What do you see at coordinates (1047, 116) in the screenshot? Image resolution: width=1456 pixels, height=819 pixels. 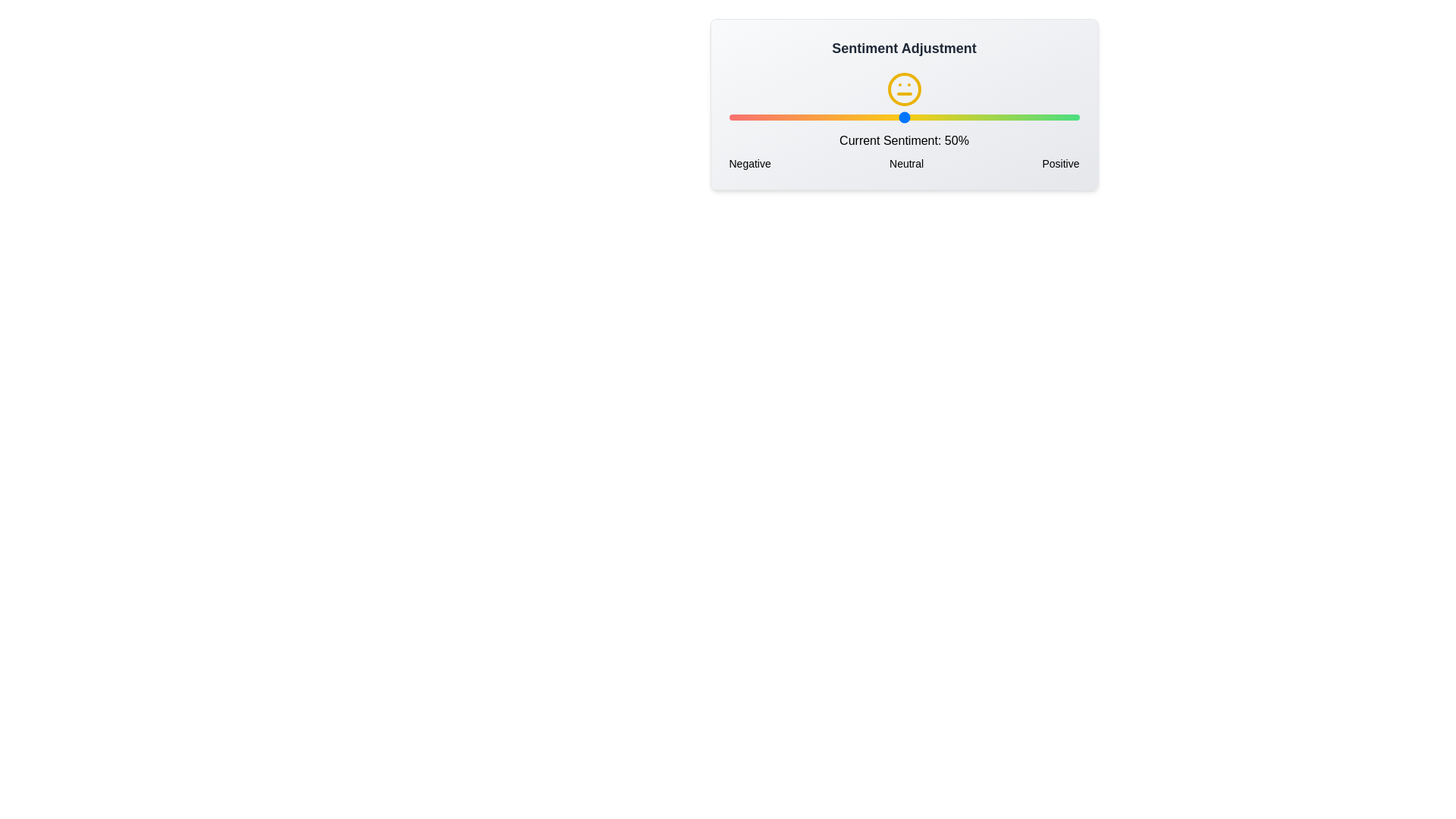 I see `the sentiment slider to 91%` at bounding box center [1047, 116].